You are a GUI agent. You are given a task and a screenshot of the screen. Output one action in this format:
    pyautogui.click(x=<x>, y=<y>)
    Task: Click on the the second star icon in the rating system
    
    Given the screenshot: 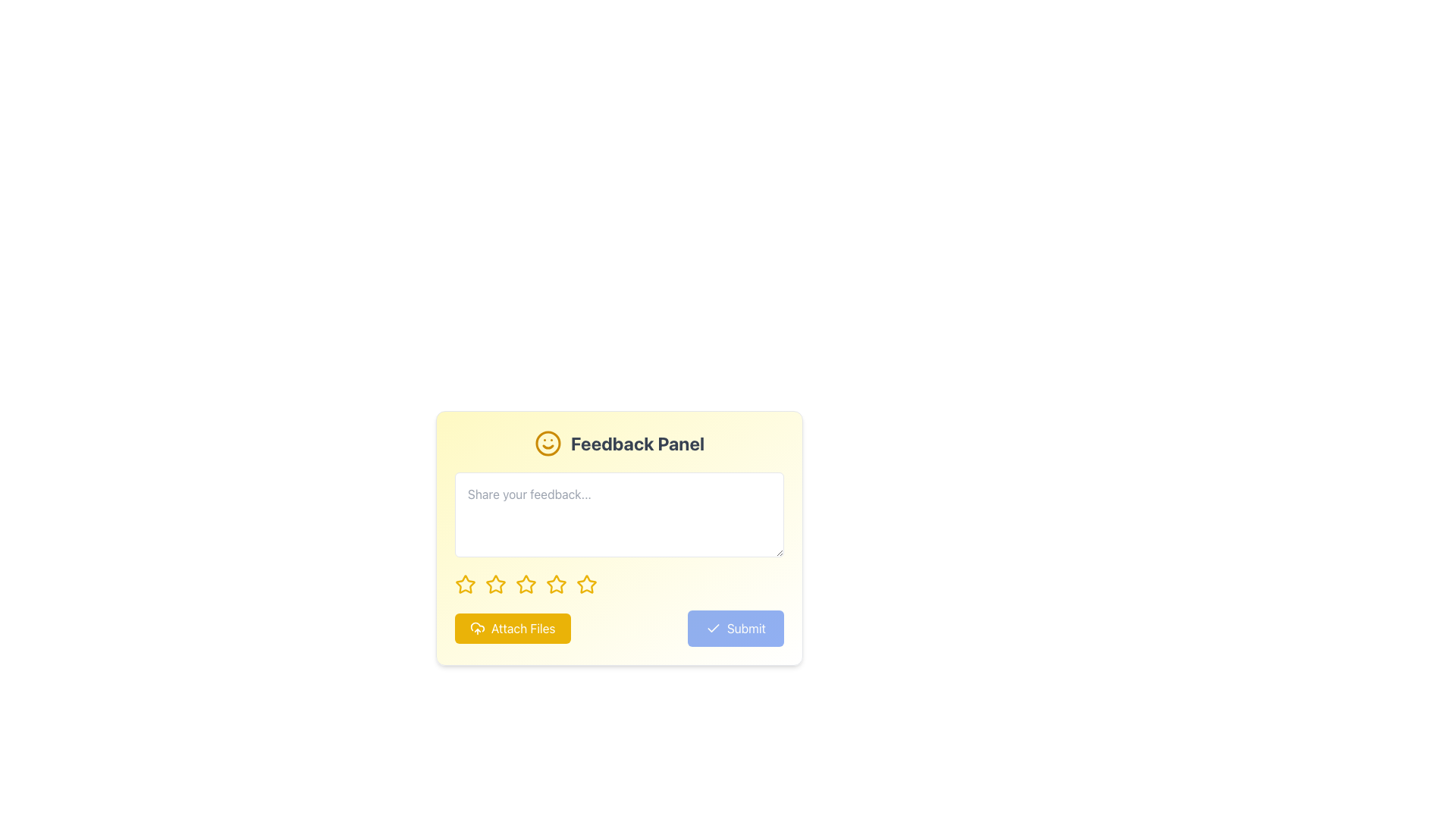 What is the action you would take?
    pyautogui.click(x=495, y=584)
    